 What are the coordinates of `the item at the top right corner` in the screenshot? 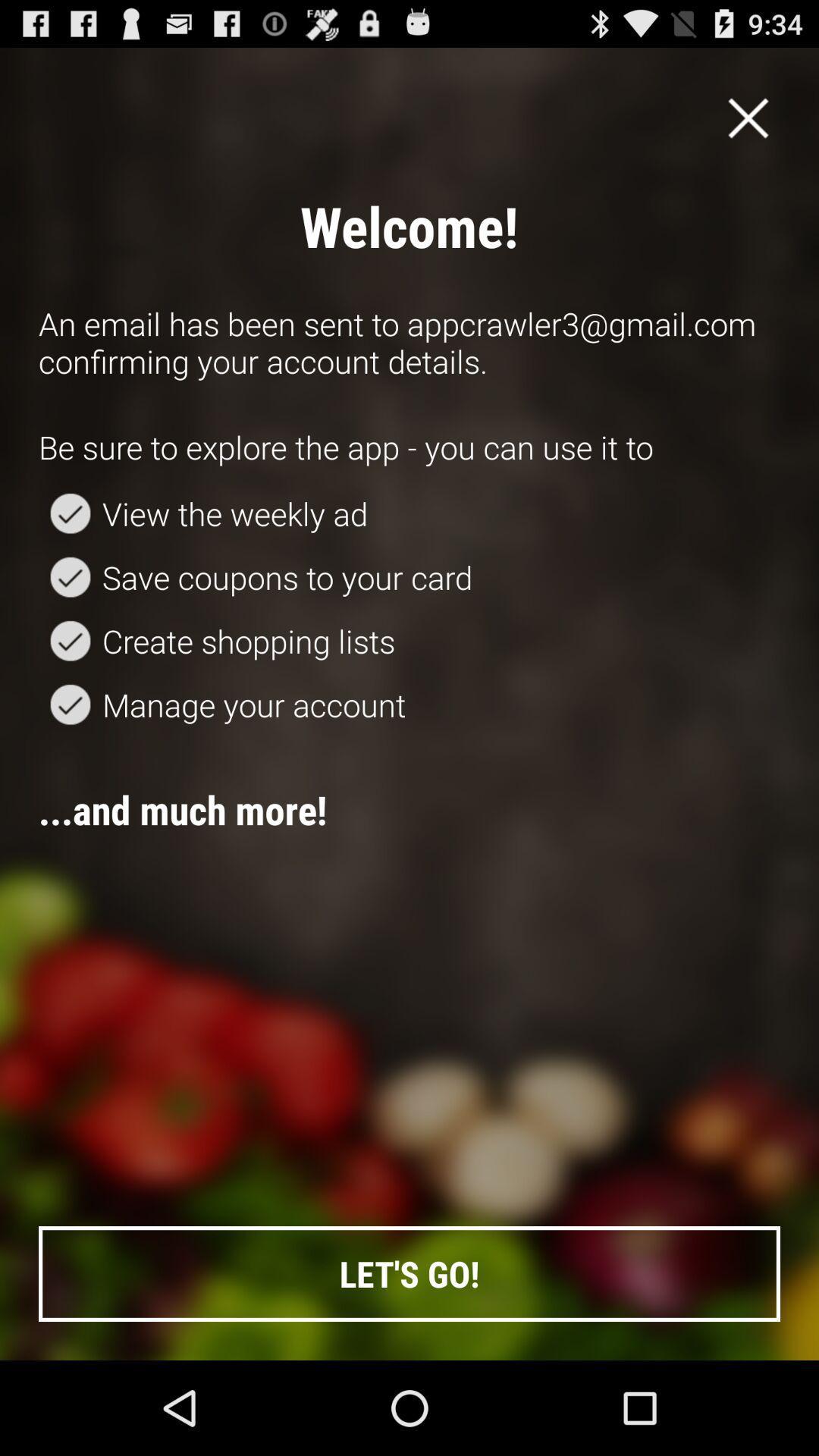 It's located at (748, 117).